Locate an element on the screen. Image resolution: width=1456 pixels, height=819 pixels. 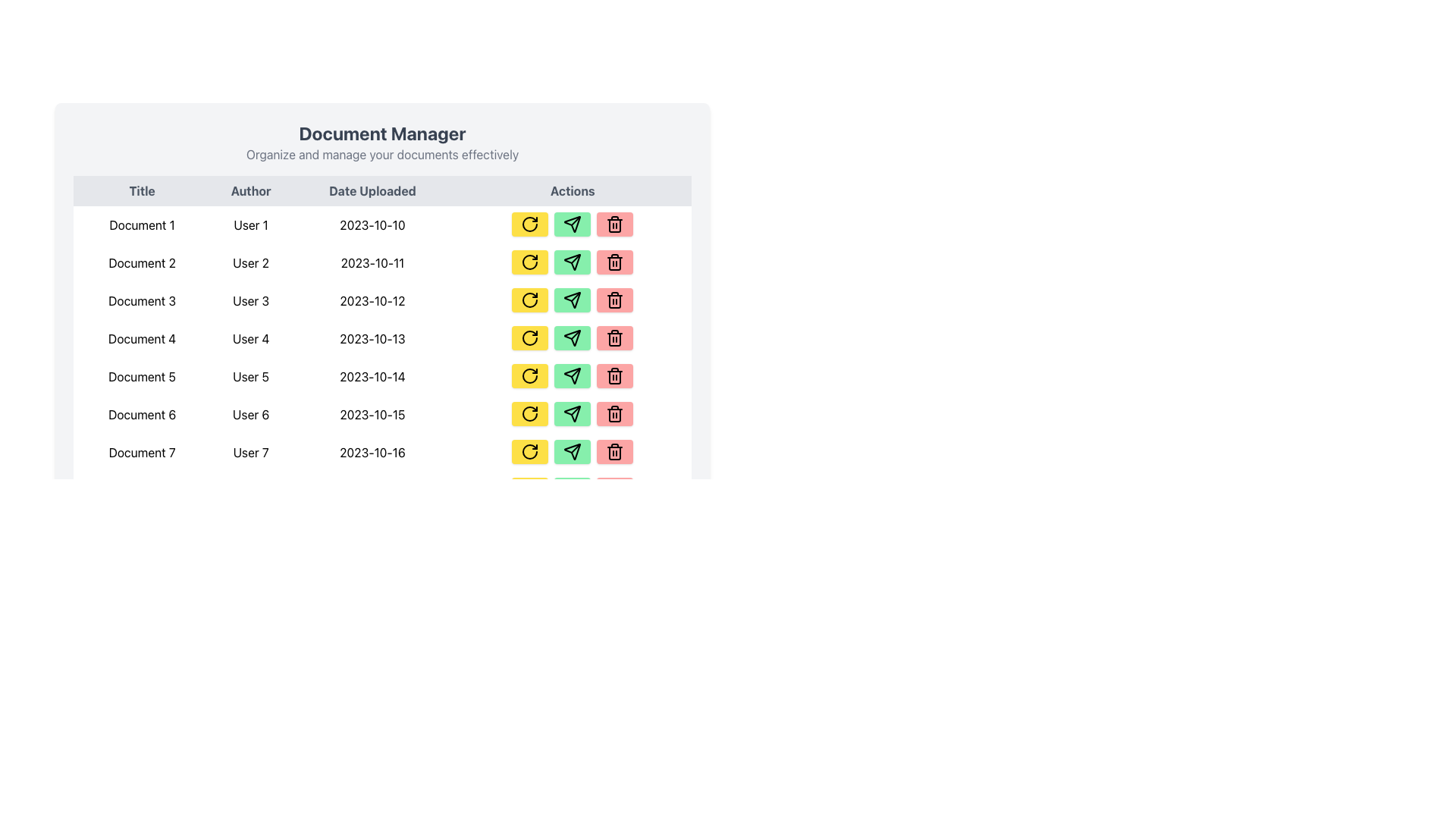
the arrow icon in the 'Actions' column corresponding to 'Document 4' is located at coordinates (575, 334).